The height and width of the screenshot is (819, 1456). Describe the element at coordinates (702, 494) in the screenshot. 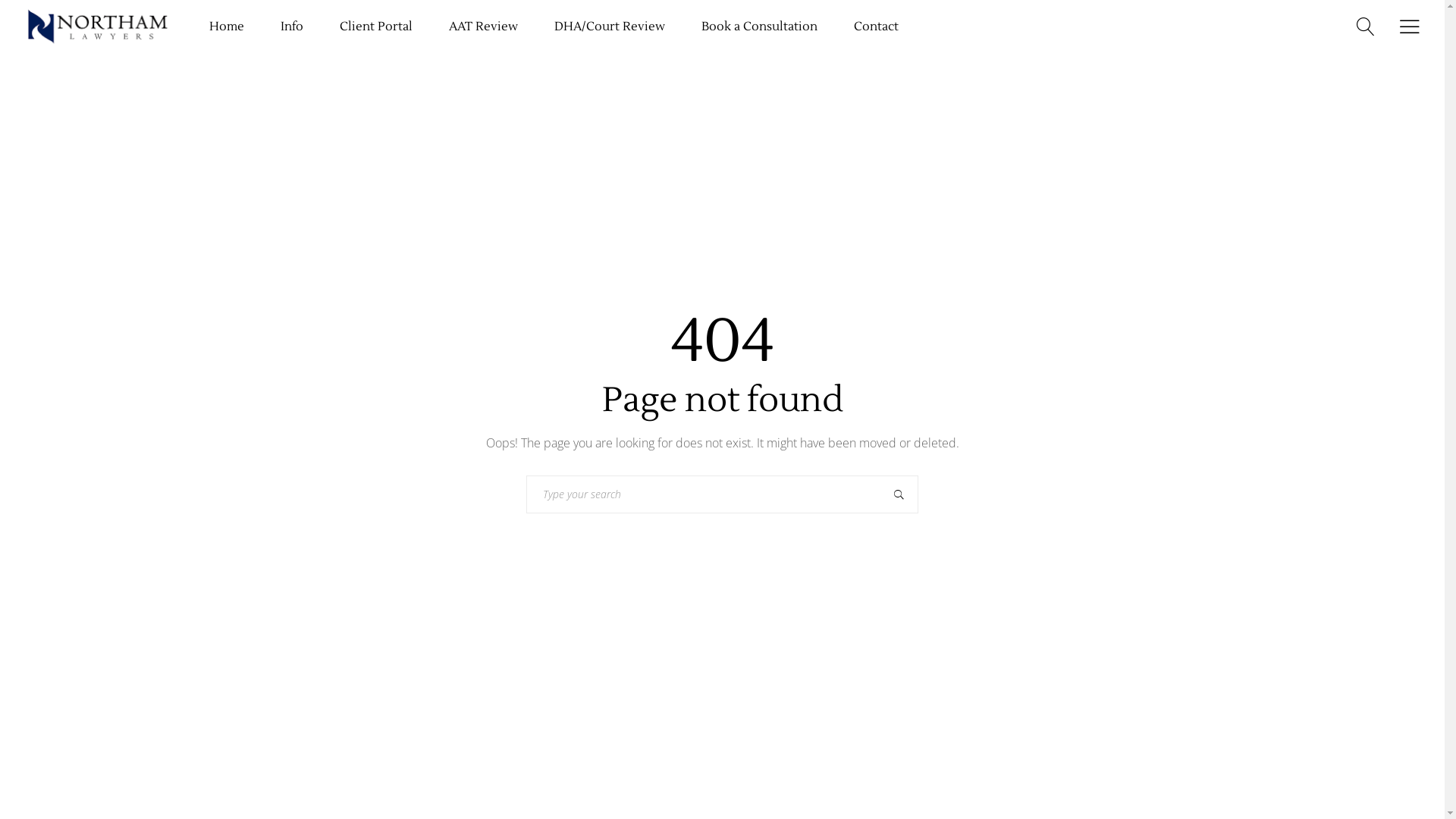

I see `'Search for:'` at that location.